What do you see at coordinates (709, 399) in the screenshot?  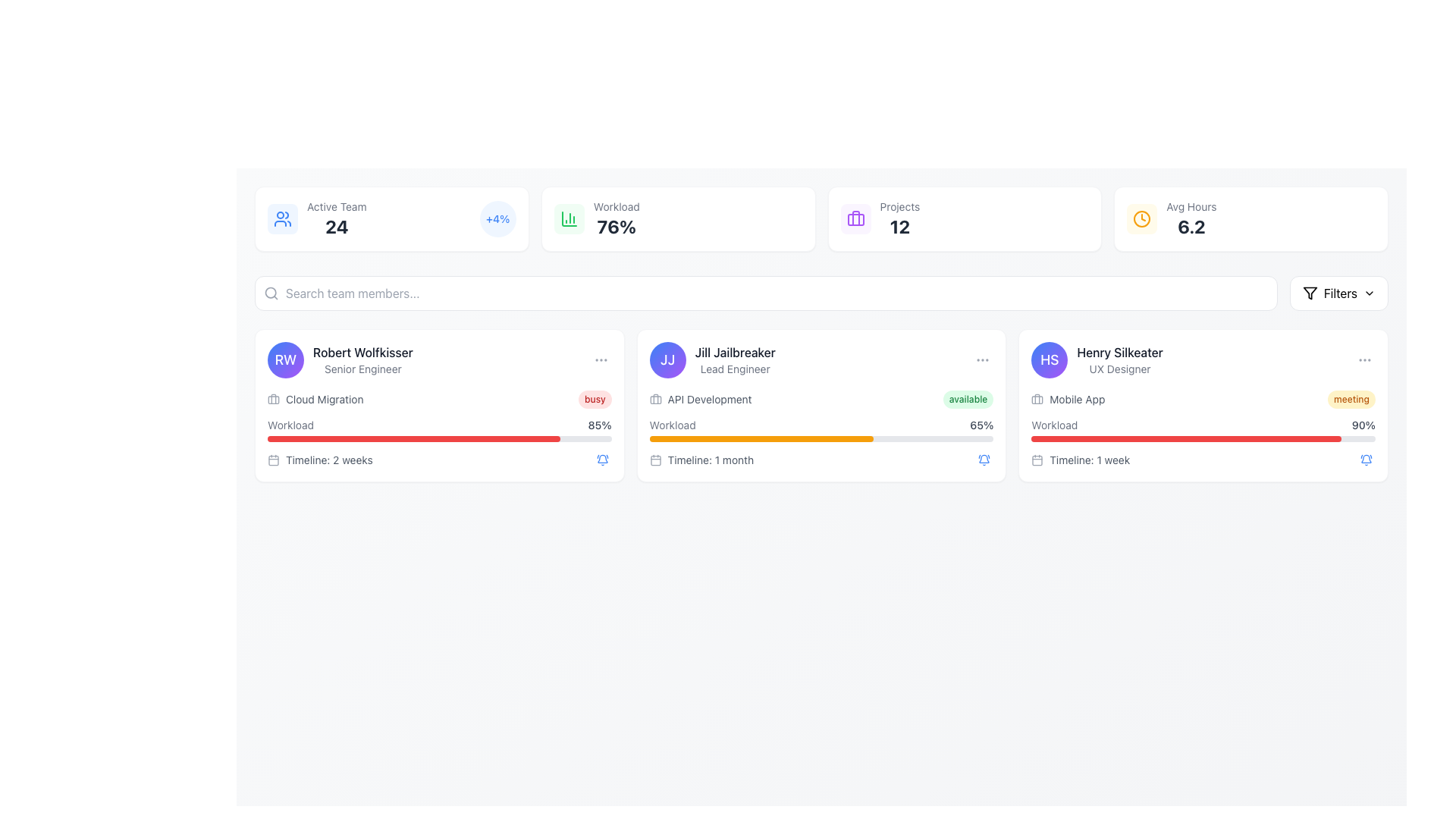 I see `the text label indicating the project or task focus associated with 'Jill Jailbreaker', which is positioned in the middle of the second row of cards, to the right of the briefcase icon and above the 'Workload' progress indicator` at bounding box center [709, 399].